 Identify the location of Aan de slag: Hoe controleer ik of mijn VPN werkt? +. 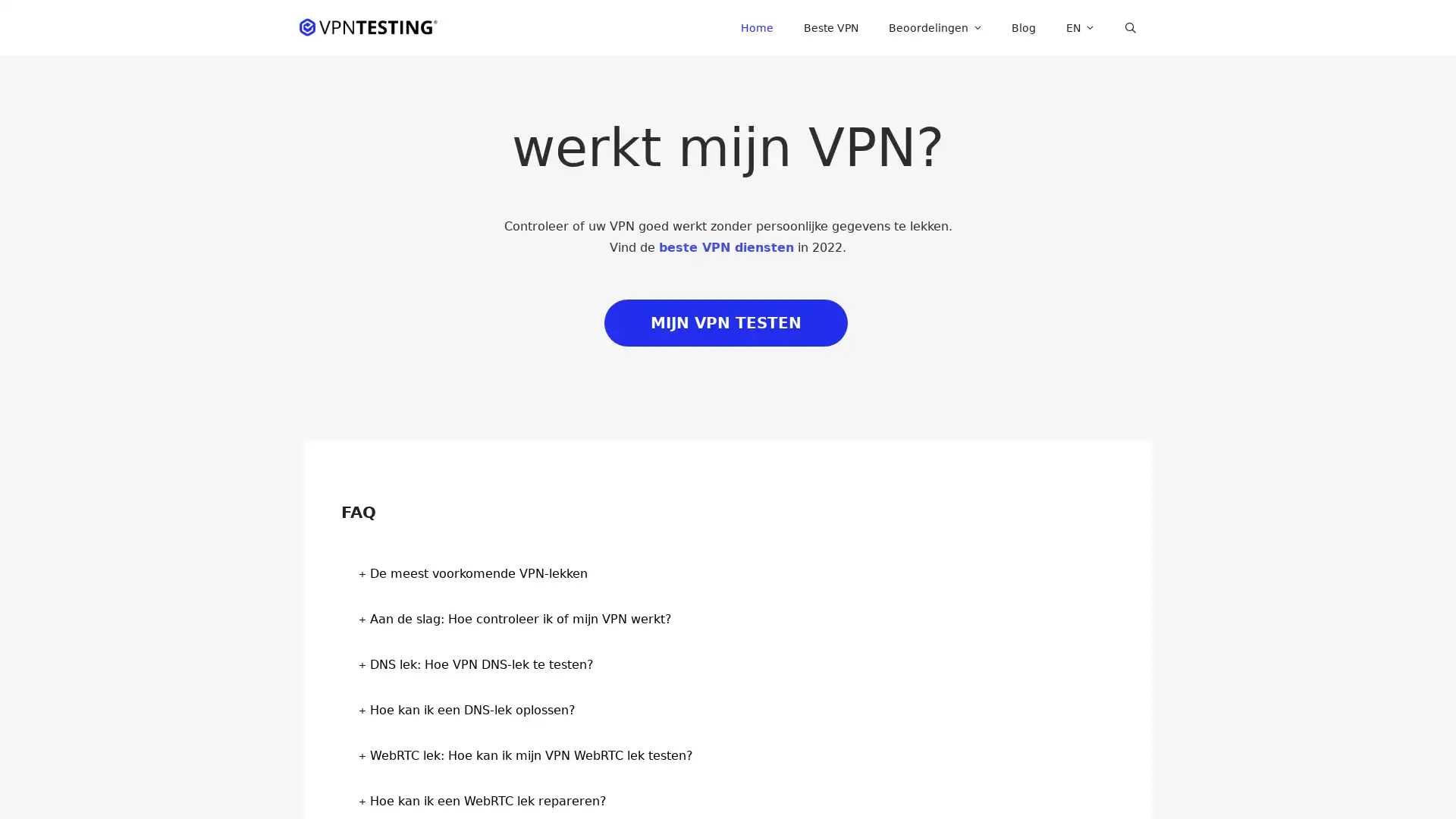
(728, 620).